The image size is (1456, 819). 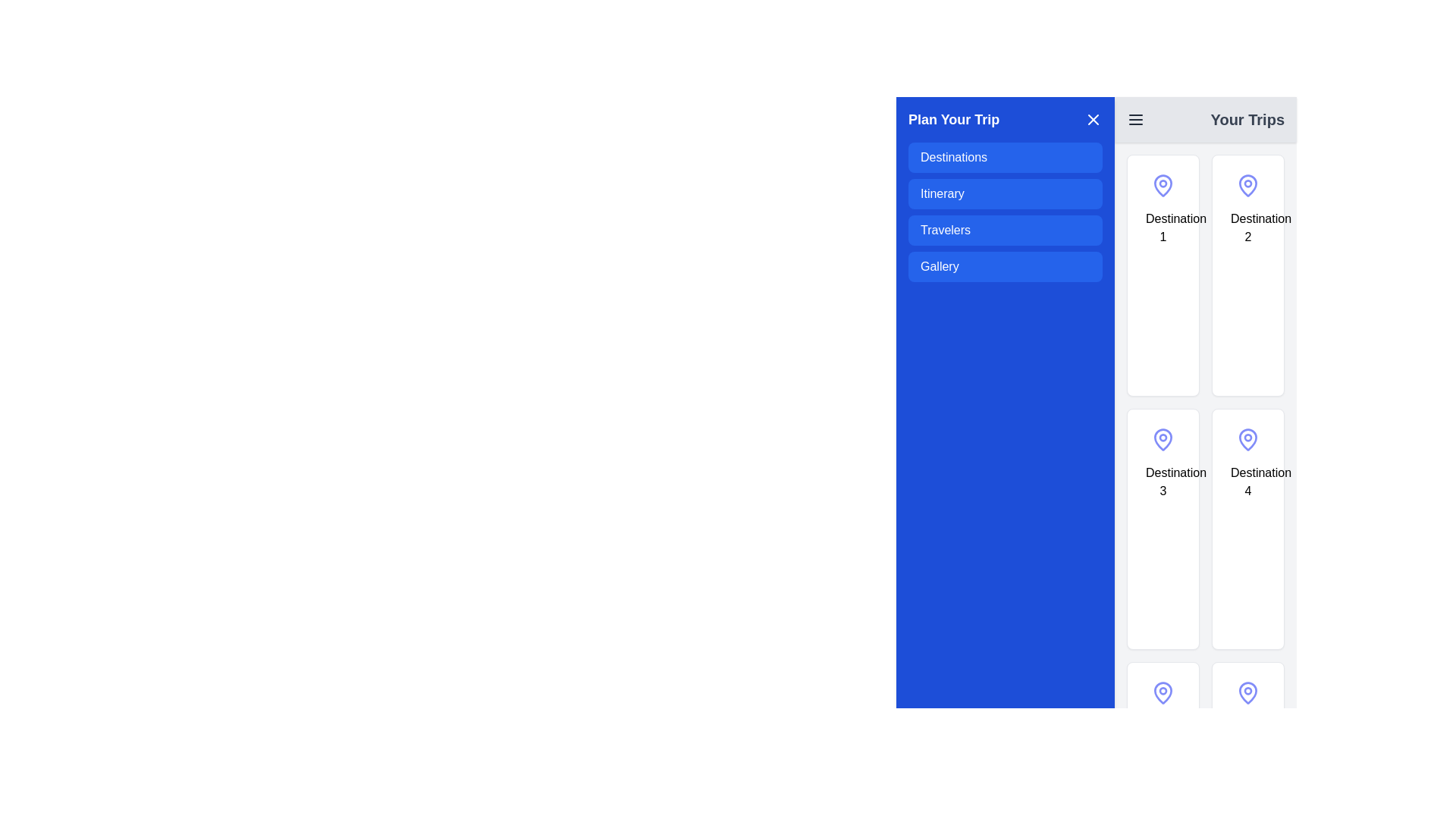 What do you see at coordinates (1248, 227) in the screenshot?
I see `text label 'Destination 2' which is located centrally at the bottom of the second card in the 'Your Trips' section` at bounding box center [1248, 227].